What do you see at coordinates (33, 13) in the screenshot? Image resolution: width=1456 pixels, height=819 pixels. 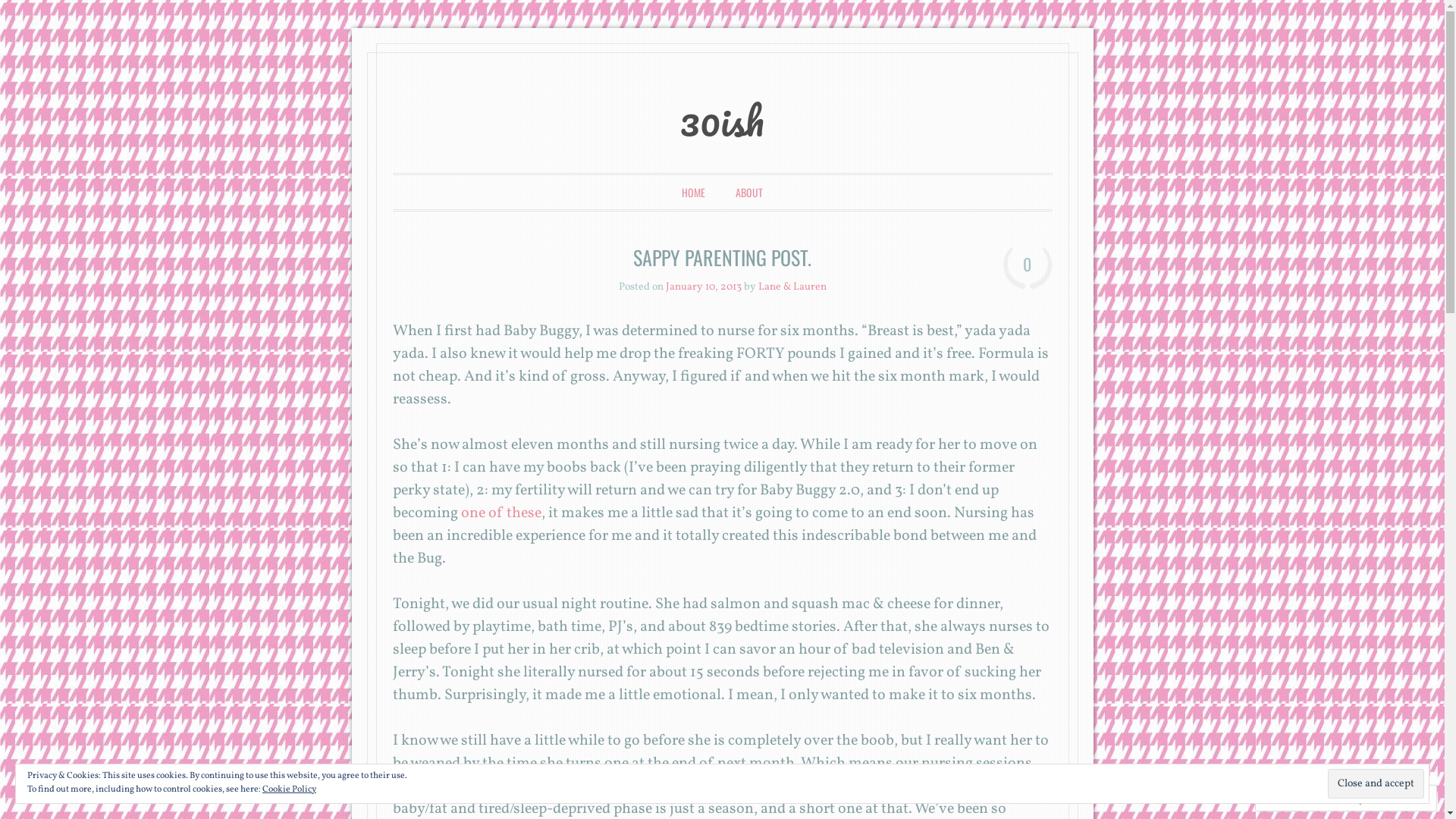 I see `'Search'` at bounding box center [33, 13].